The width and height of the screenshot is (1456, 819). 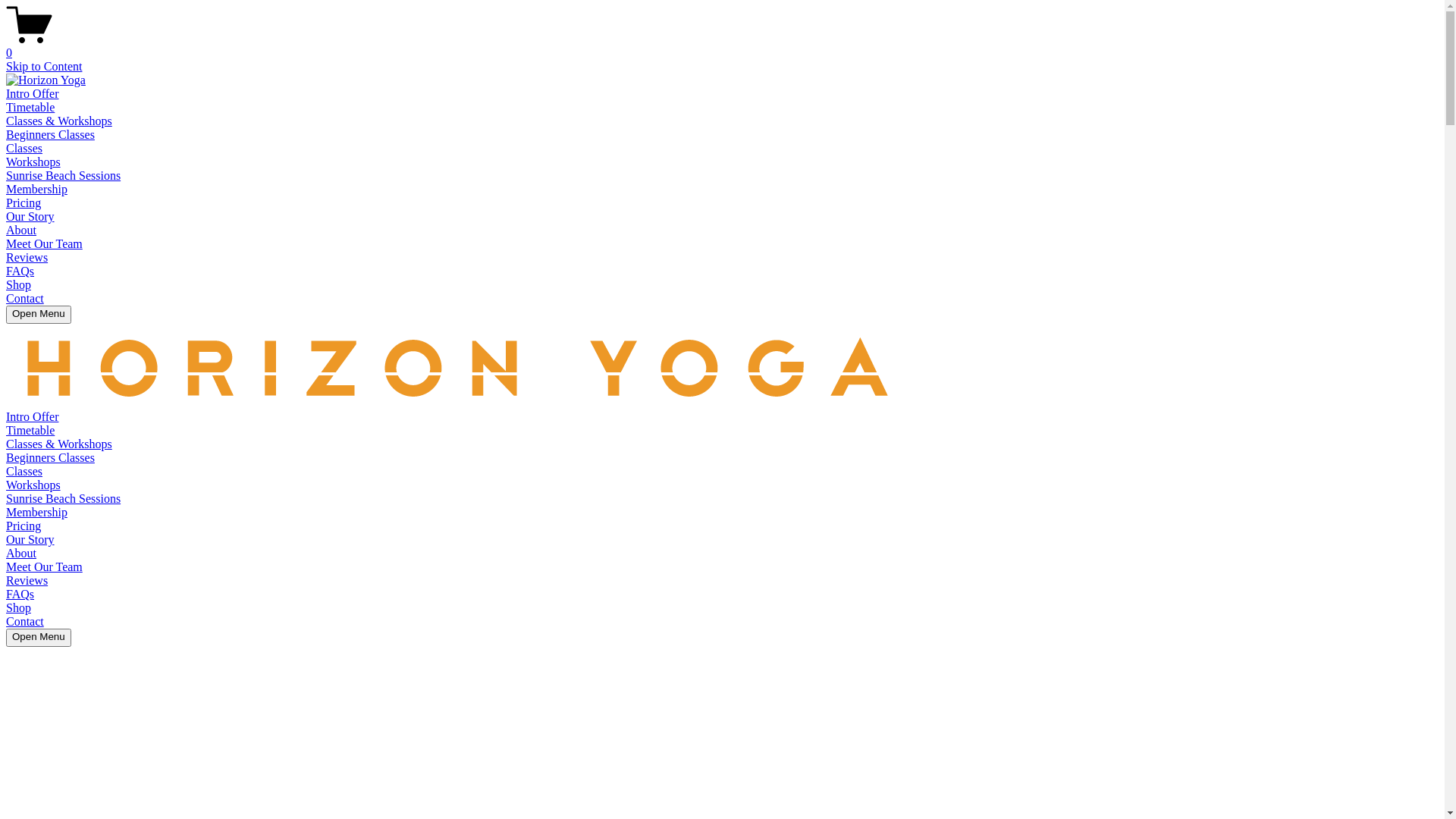 What do you see at coordinates (25, 298) in the screenshot?
I see `'Contact'` at bounding box center [25, 298].